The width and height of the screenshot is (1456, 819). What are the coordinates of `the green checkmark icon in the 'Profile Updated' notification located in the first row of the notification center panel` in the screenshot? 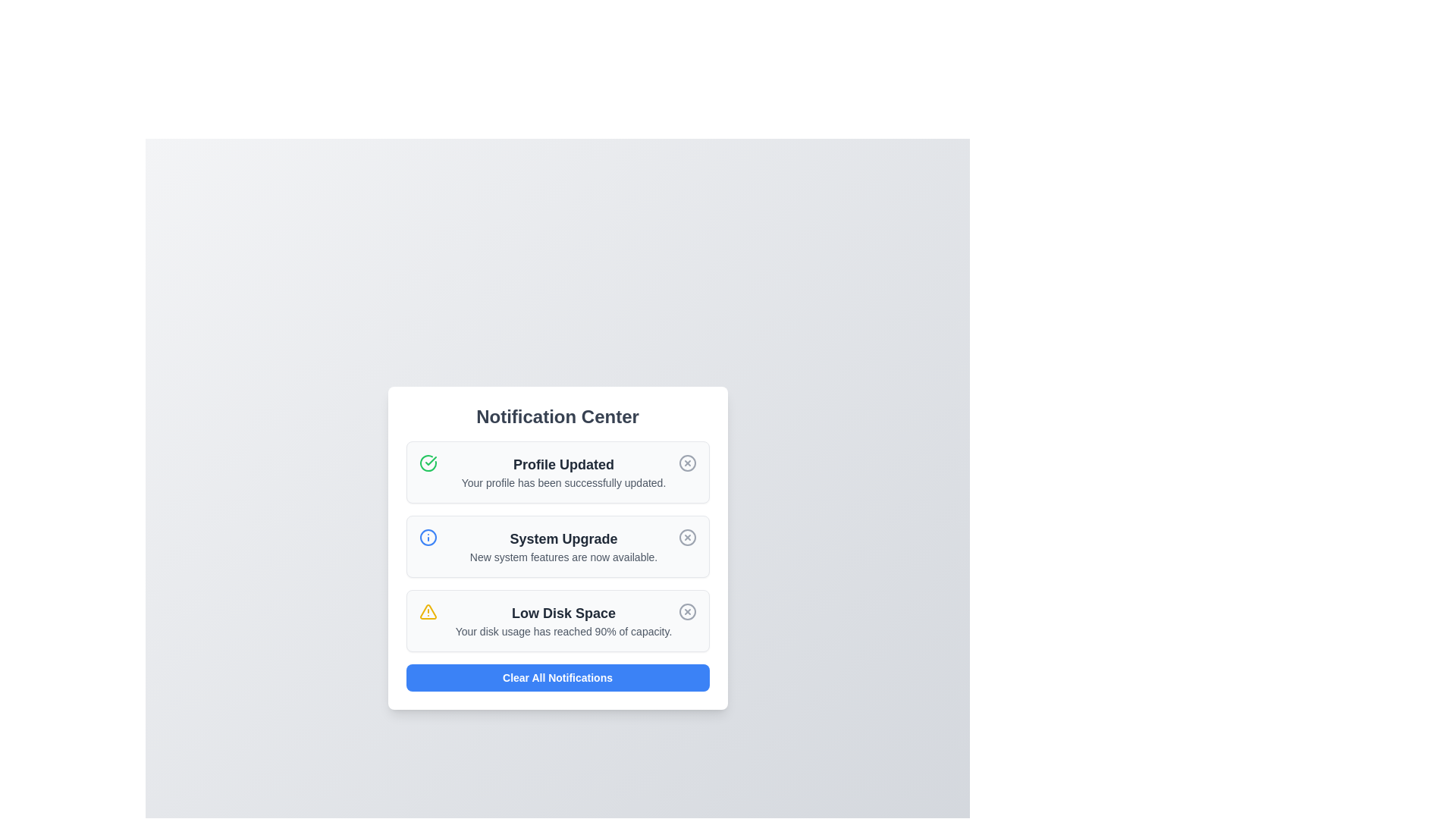 It's located at (429, 460).